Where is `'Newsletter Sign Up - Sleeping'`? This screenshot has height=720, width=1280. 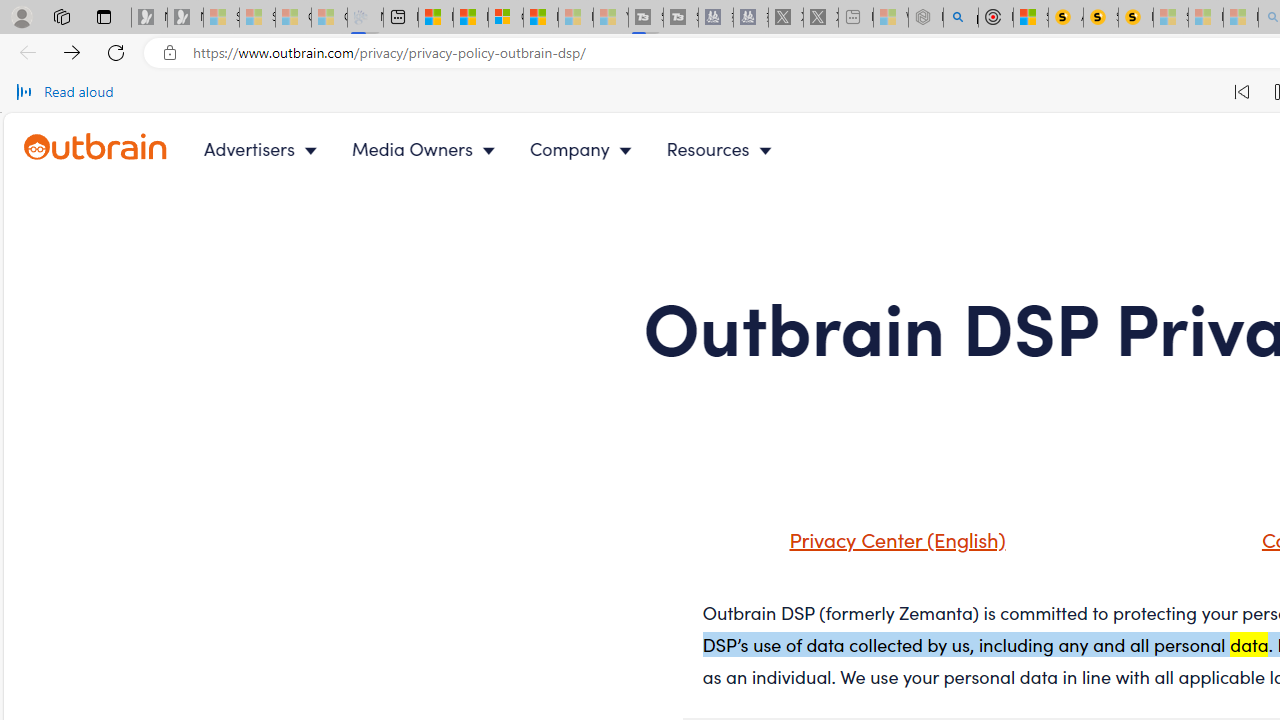
'Newsletter Sign Up - Sleeping' is located at coordinates (185, 17).